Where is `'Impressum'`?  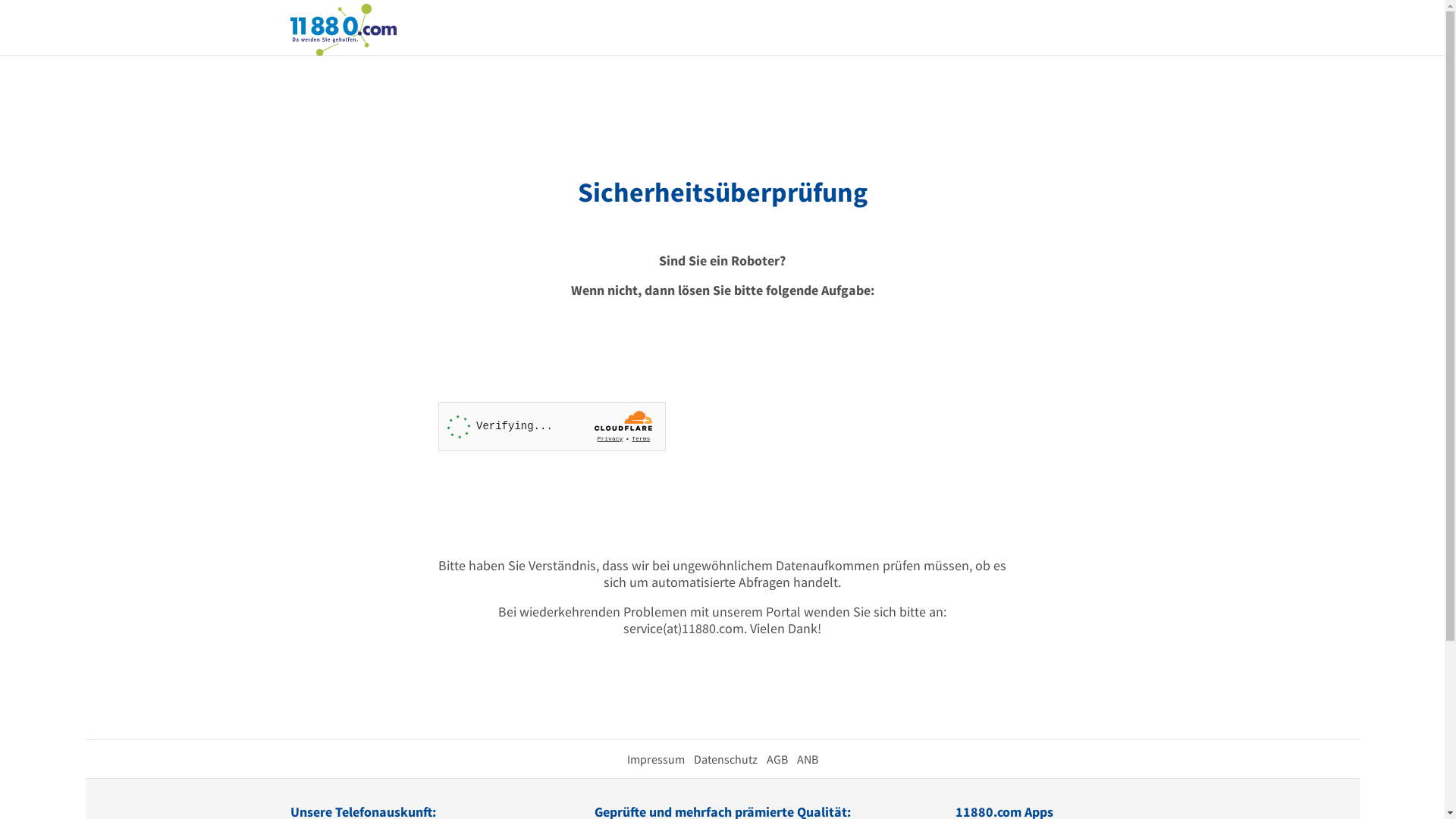
'Impressum' is located at coordinates (655, 759).